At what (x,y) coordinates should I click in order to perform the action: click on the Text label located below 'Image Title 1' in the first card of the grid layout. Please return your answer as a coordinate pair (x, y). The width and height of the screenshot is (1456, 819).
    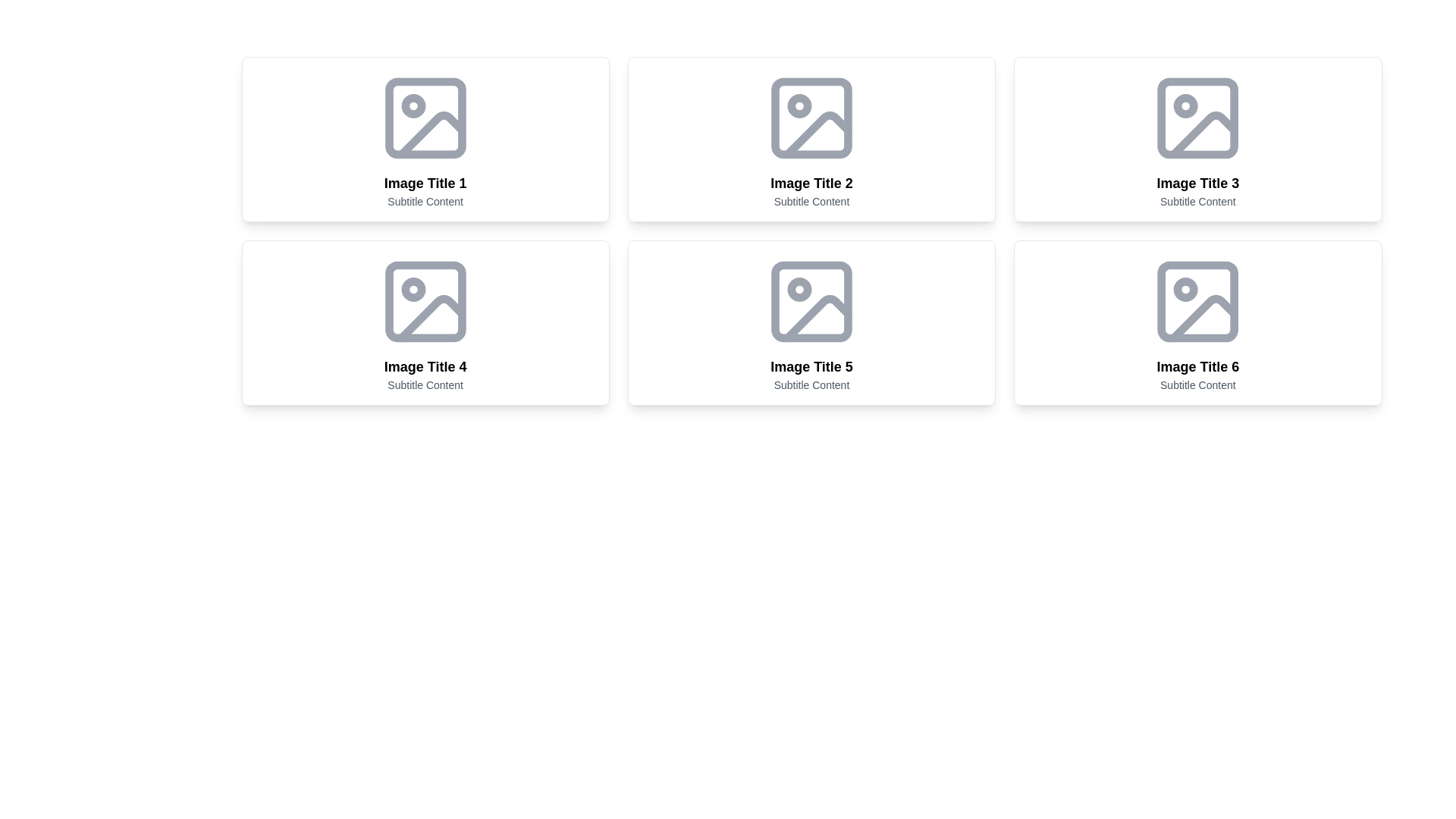
    Looking at the image, I should click on (425, 201).